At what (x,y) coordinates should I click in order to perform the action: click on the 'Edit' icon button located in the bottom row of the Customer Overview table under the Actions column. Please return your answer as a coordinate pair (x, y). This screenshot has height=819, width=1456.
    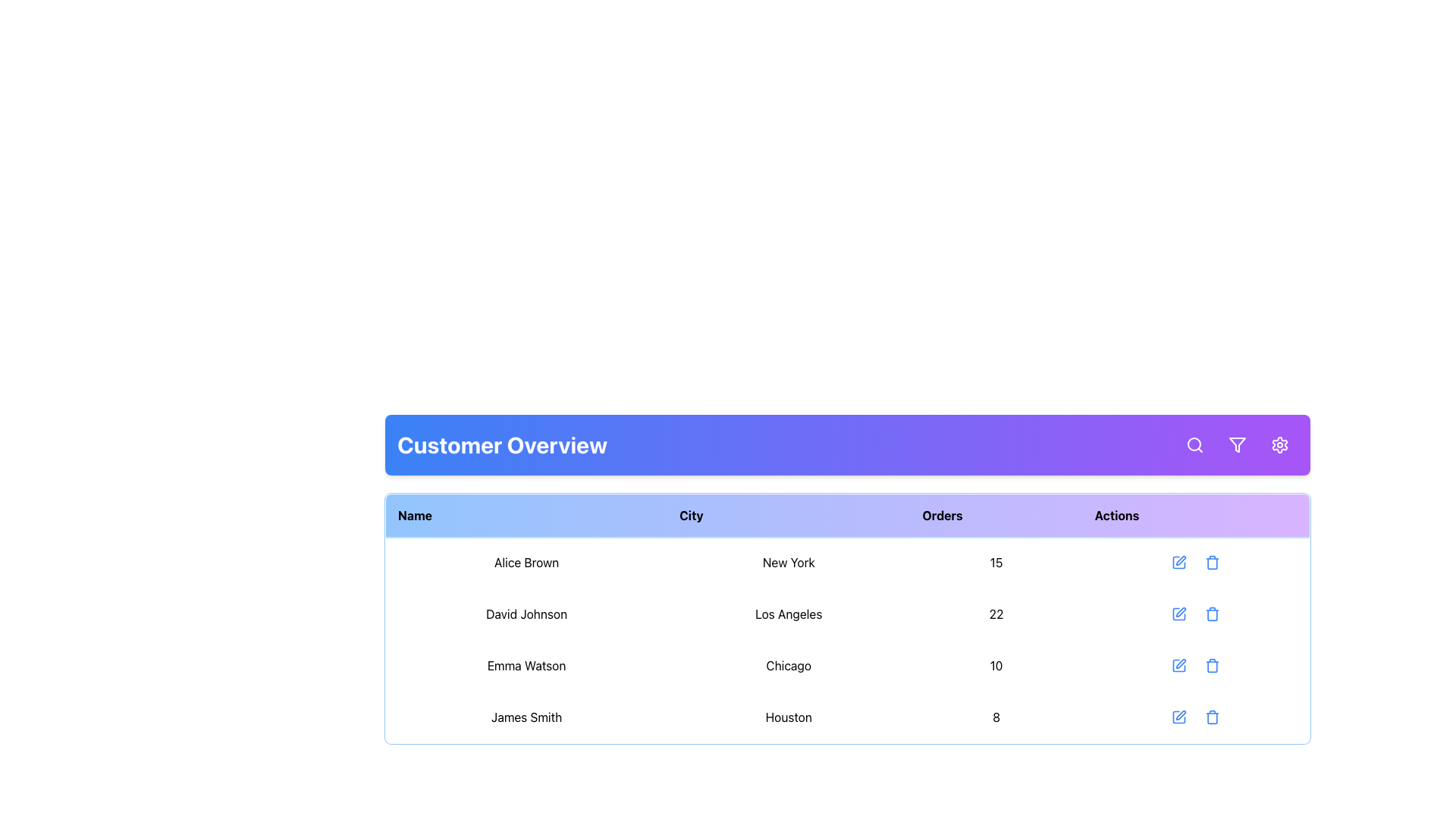
    Looking at the image, I should click on (1178, 717).